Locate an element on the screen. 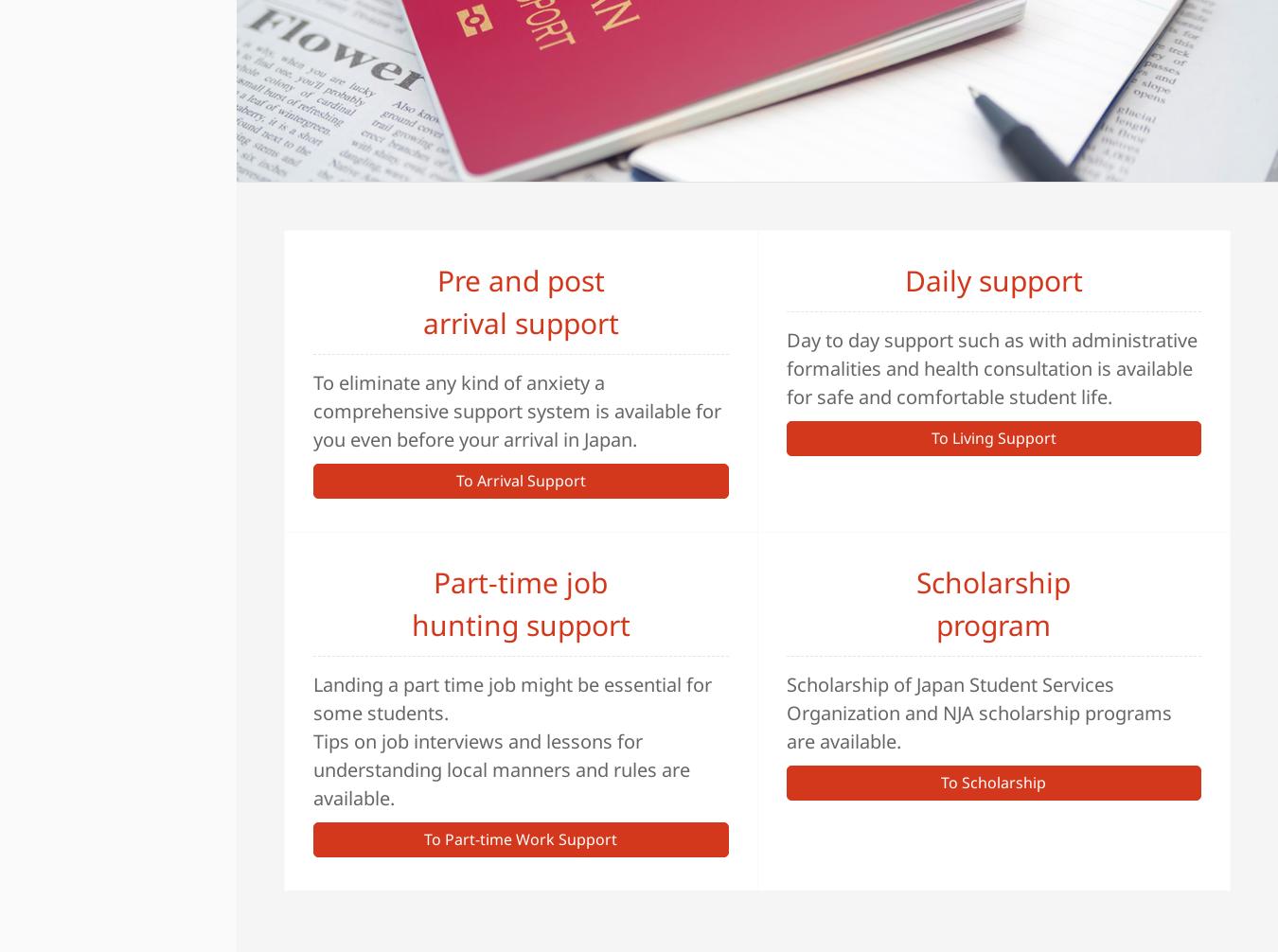 Image resolution: width=1278 pixels, height=952 pixels. 'To eliminate any kind of anxiety a comprehensive support system is available for you even before your arrival in Japan.' is located at coordinates (312, 409).